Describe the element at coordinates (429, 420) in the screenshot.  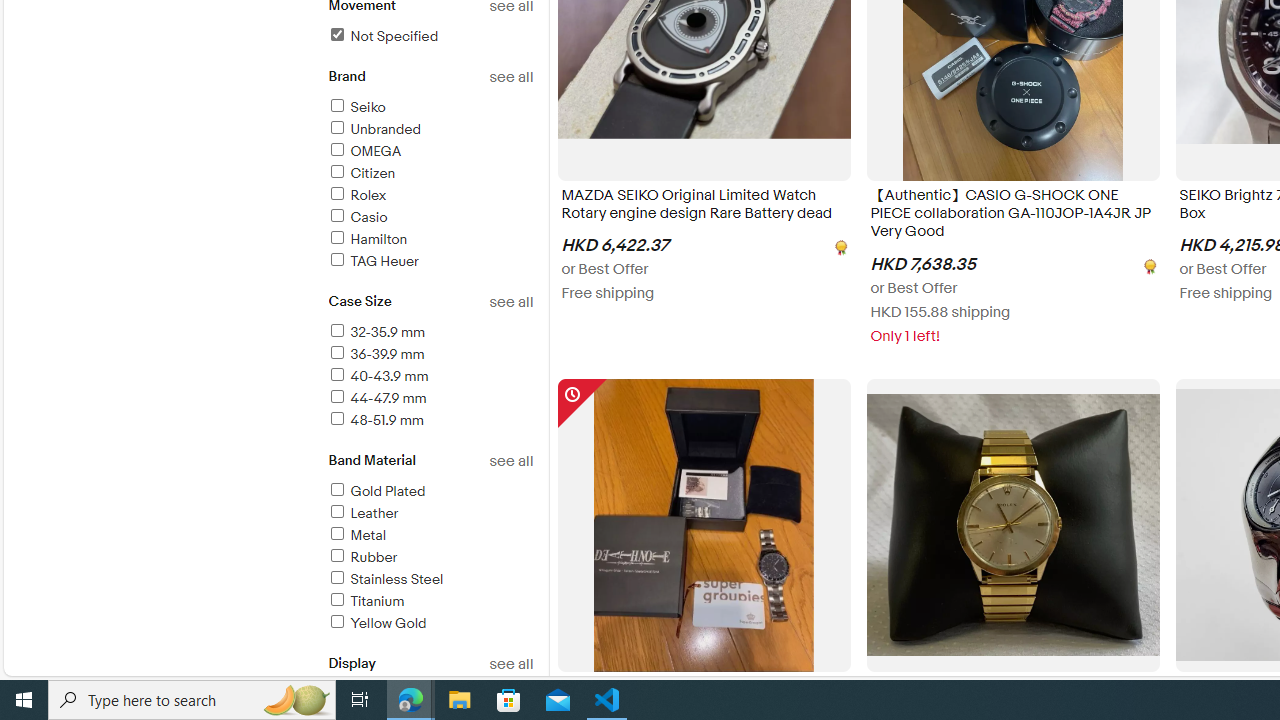
I see `'48-51.9 mm'` at that location.